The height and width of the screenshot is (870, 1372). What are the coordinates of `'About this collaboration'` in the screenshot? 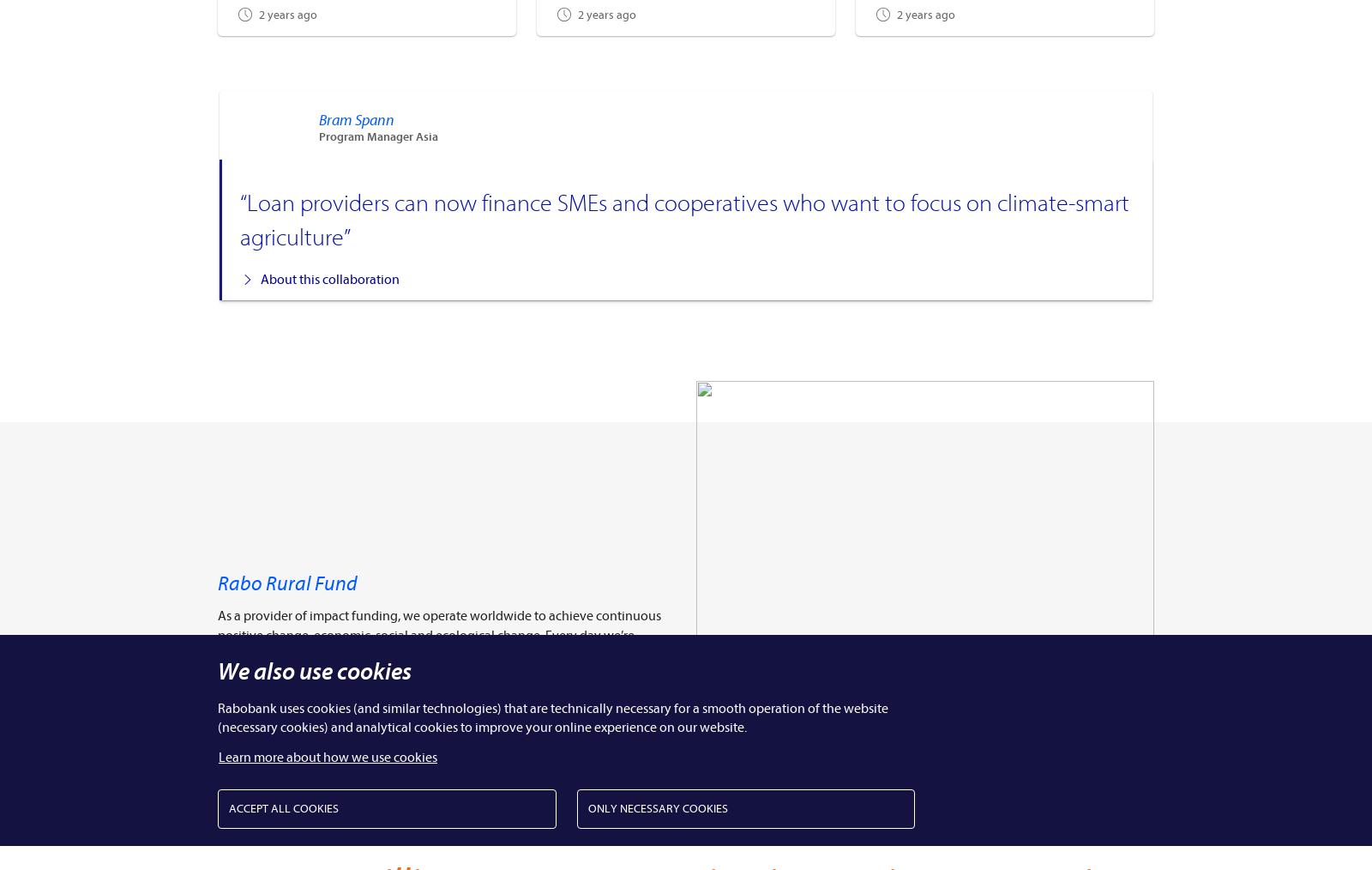 It's located at (329, 280).